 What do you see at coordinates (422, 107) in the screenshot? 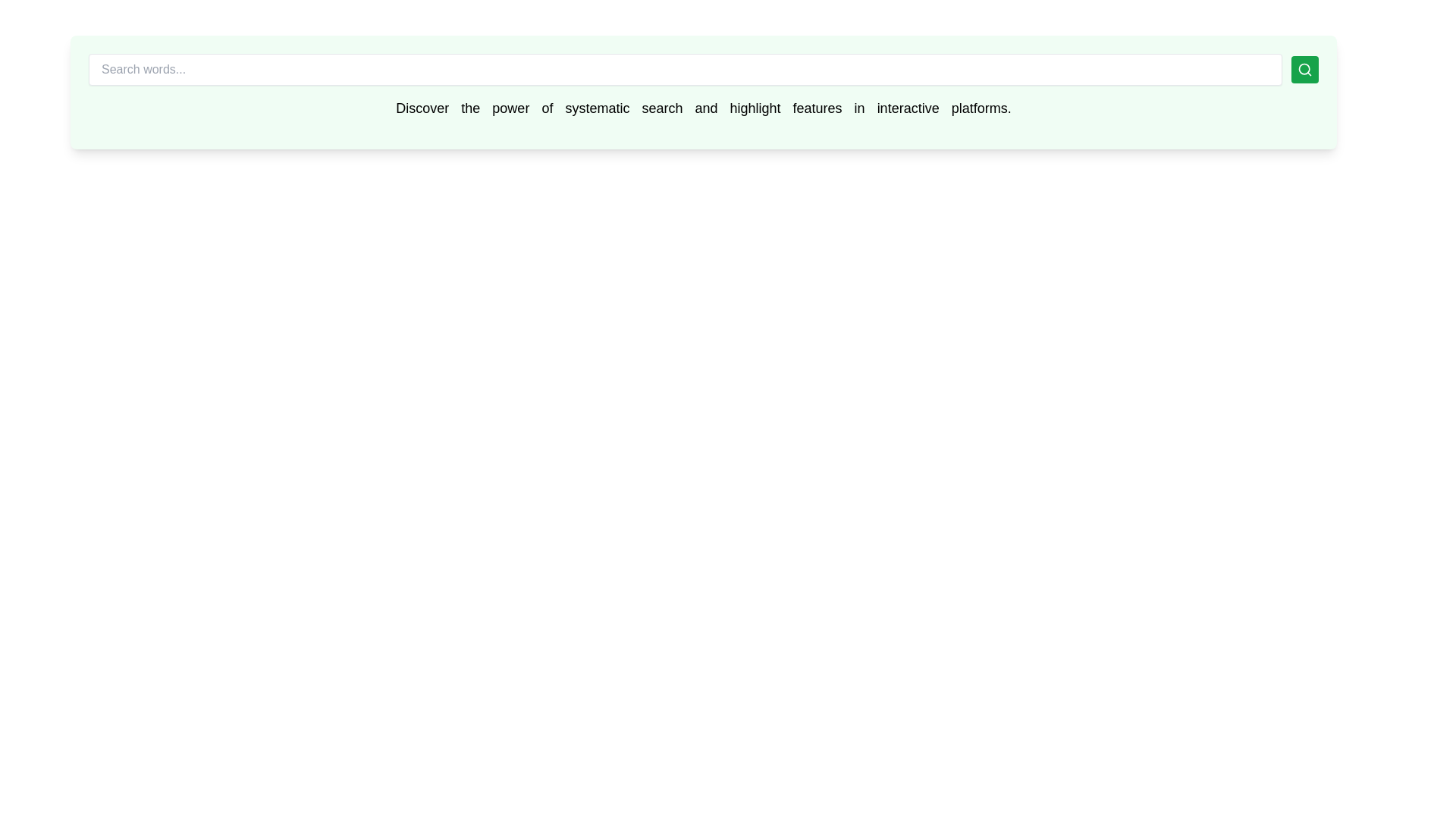
I see `the first text link positioned at the top of the page, which serves as an interactive link or button` at bounding box center [422, 107].